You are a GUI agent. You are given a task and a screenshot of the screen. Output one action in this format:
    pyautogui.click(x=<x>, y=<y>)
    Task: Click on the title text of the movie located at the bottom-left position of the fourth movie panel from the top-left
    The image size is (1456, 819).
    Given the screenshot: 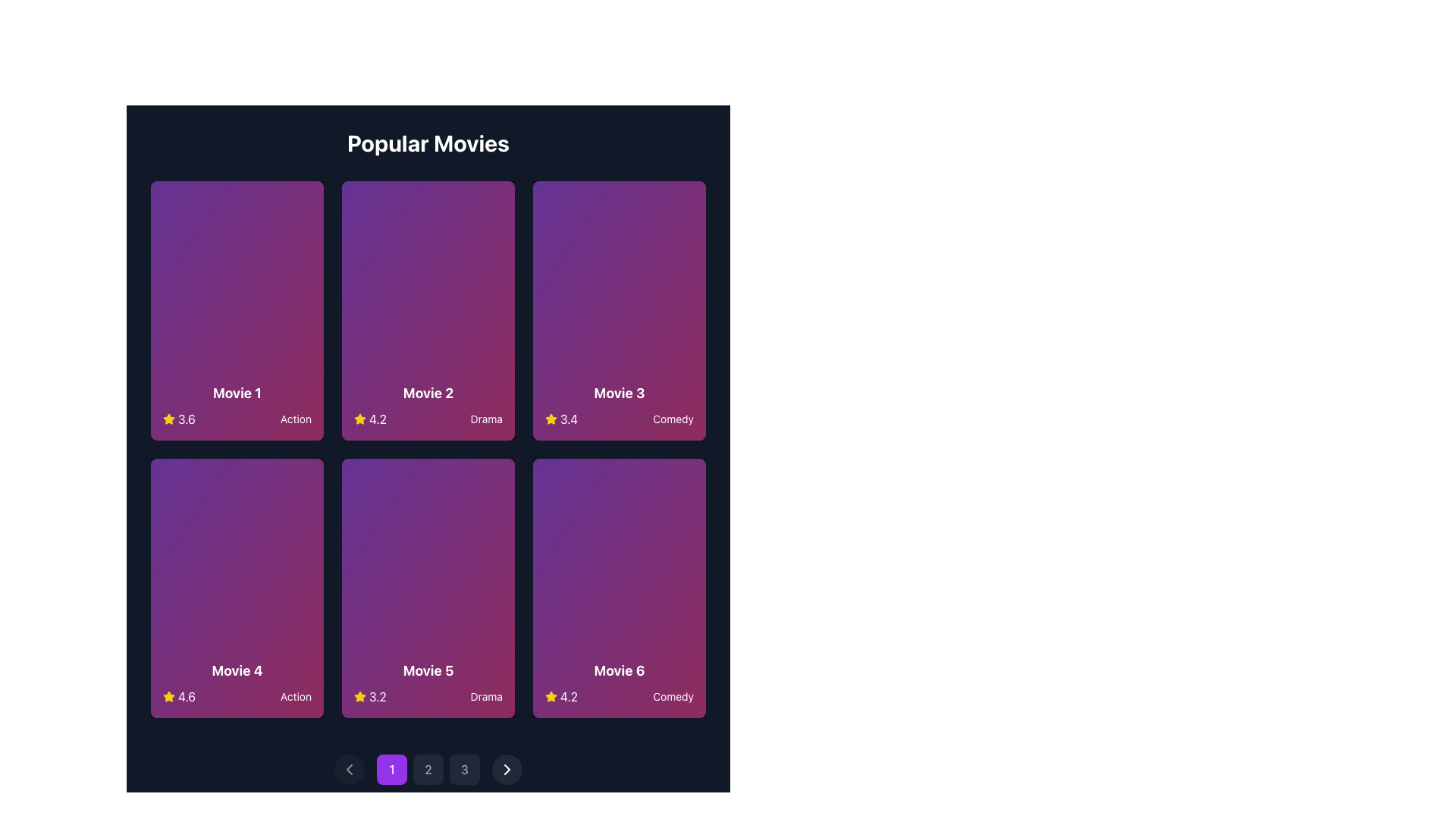 What is the action you would take?
    pyautogui.click(x=236, y=670)
    